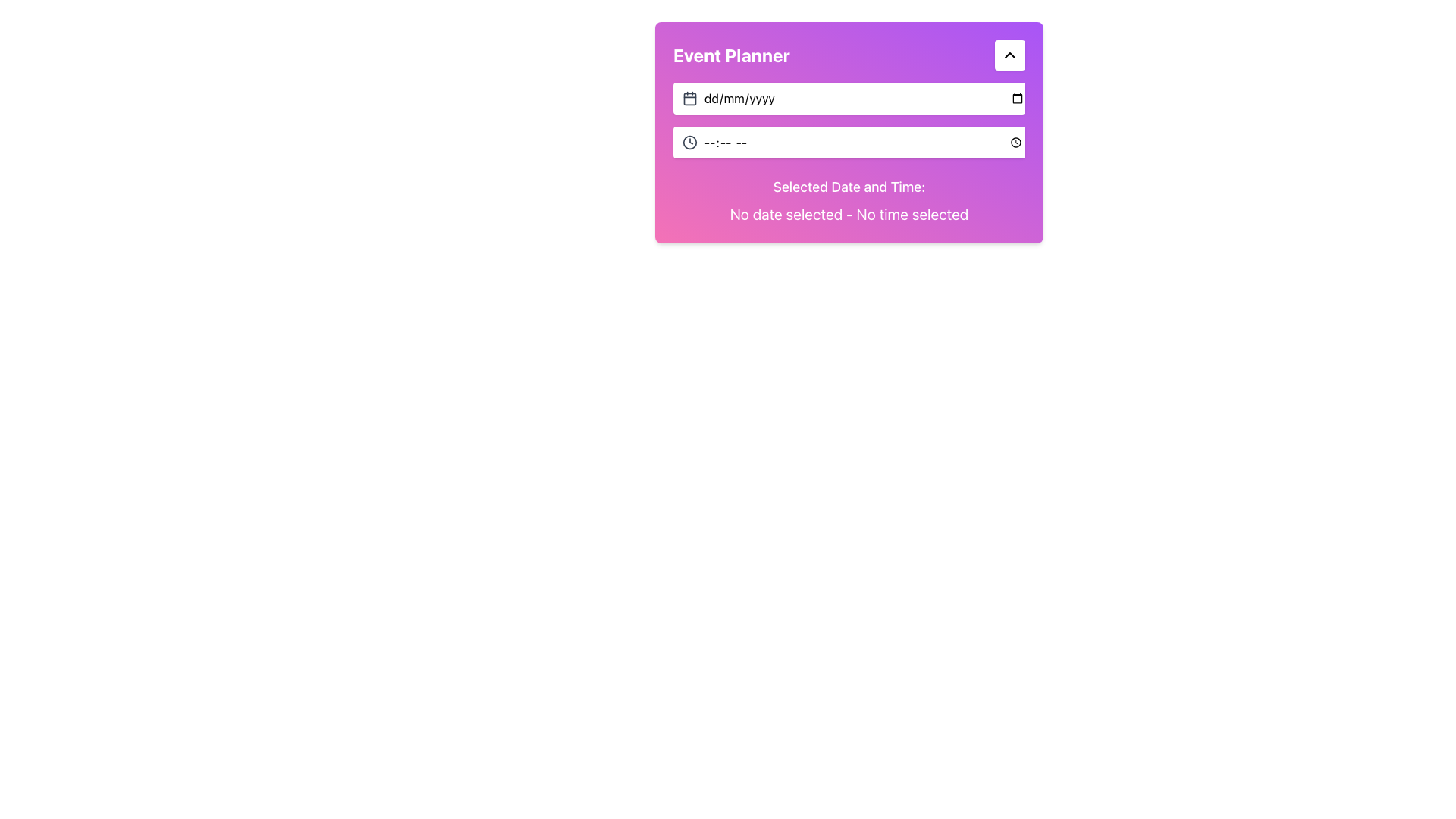 This screenshot has width=1456, height=819. I want to click on the chevron icon located in the top-right corner of the 'Event Planner' card, so click(1009, 55).